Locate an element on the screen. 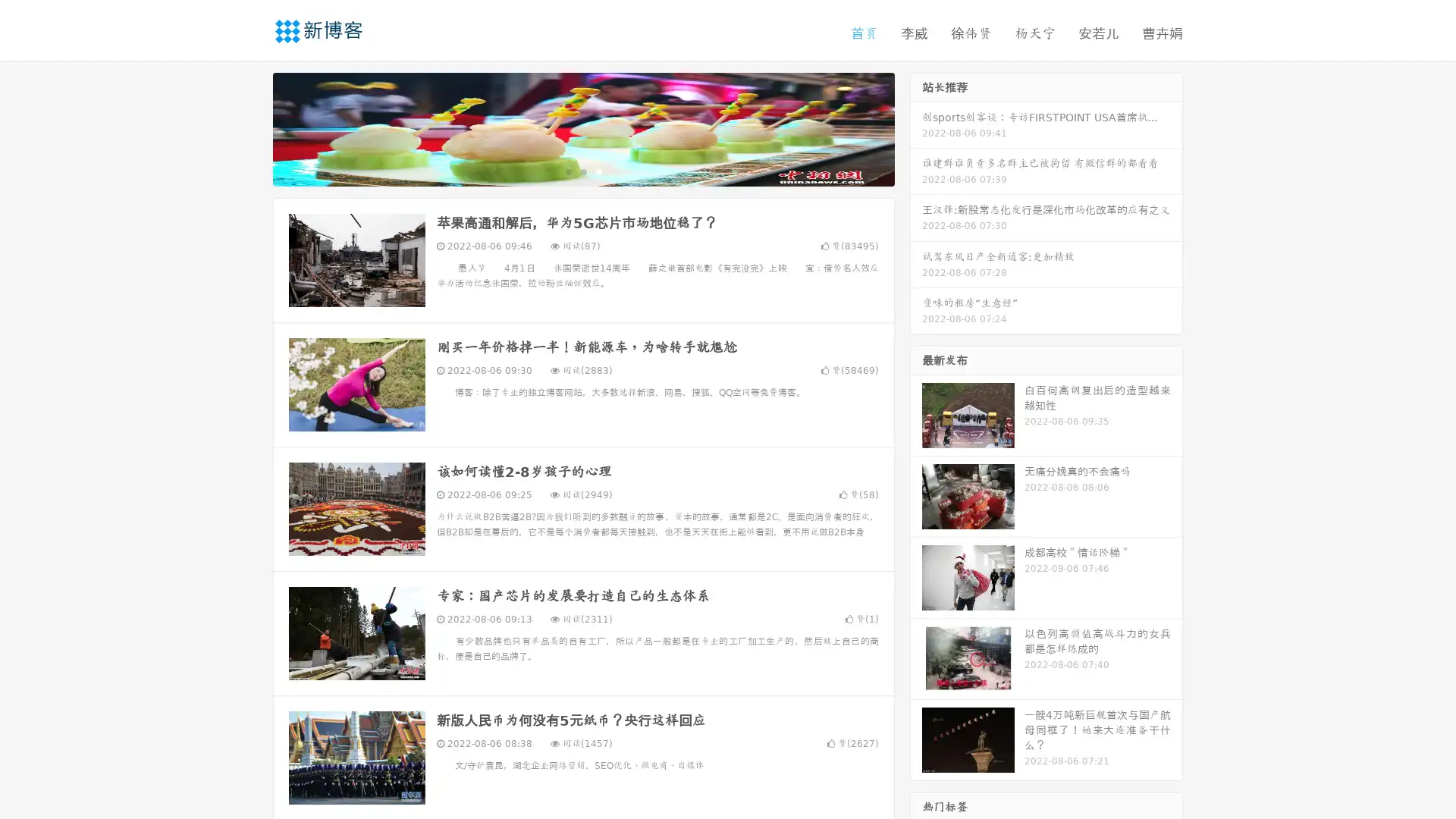 This screenshot has width=1456, height=819. Go to slide 1 is located at coordinates (567, 171).